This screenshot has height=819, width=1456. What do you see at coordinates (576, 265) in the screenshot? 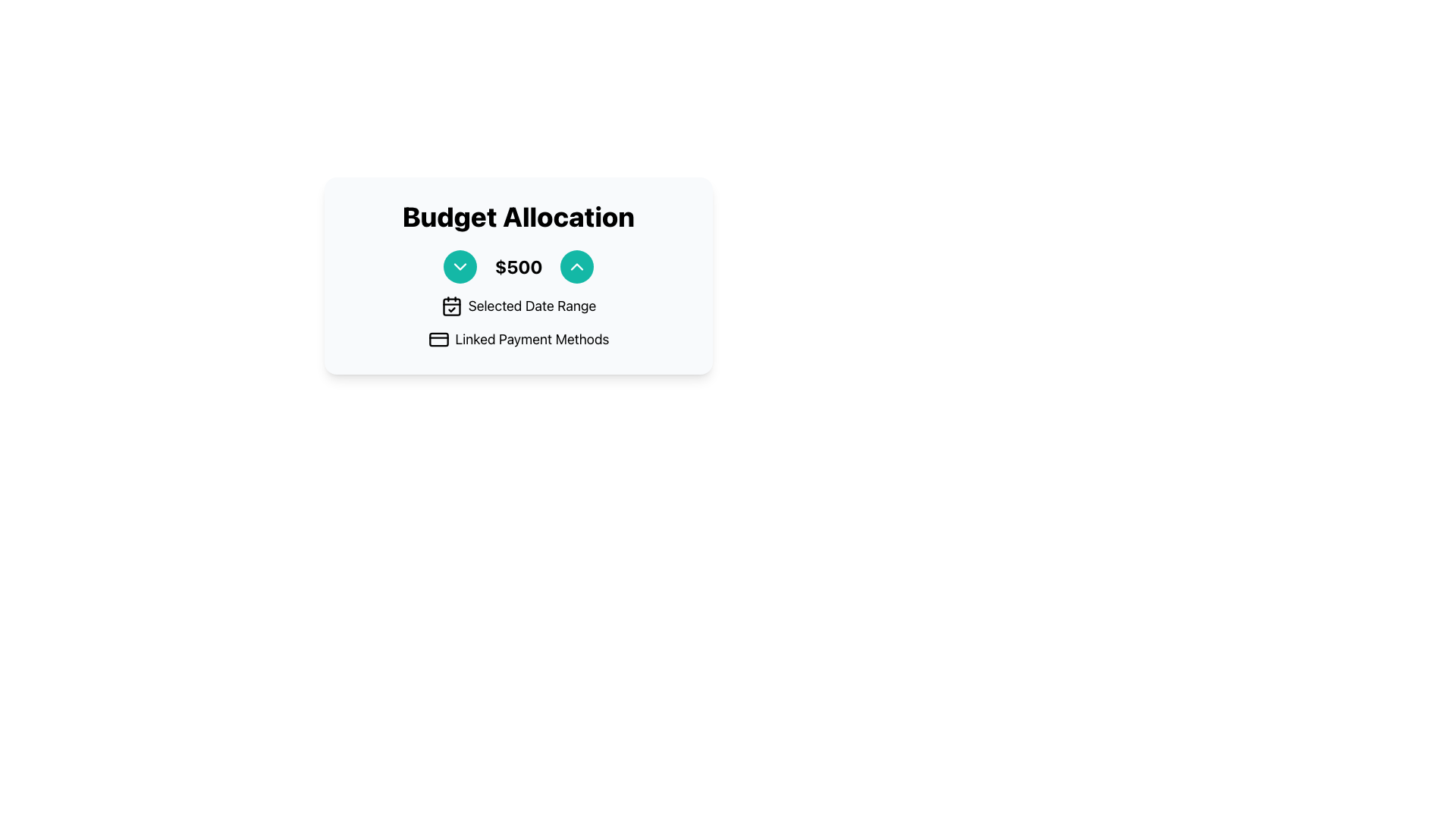
I see `the upward chevron button located to the right of the '$500' text` at bounding box center [576, 265].